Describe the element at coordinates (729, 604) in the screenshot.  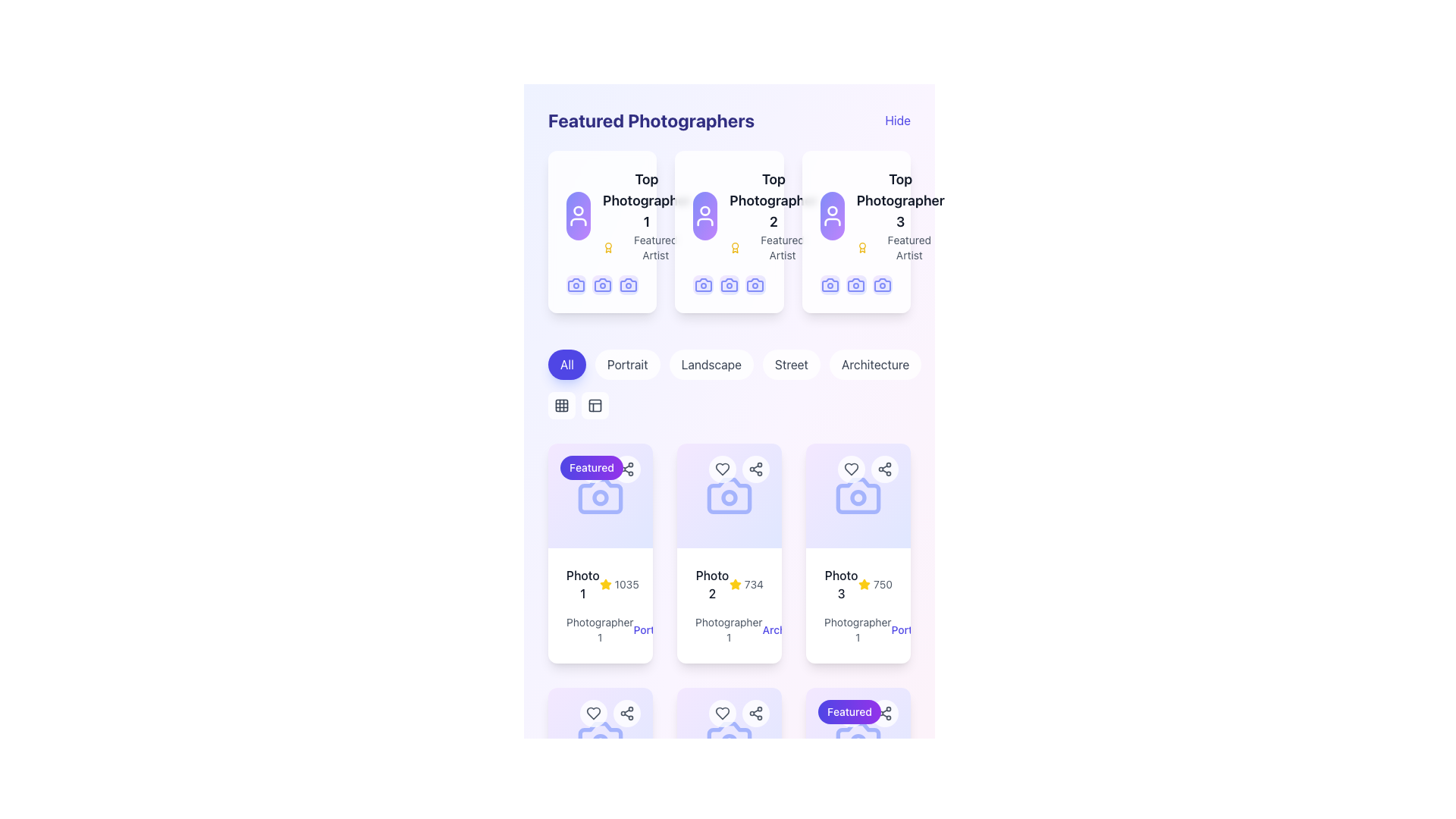
I see `the Informational card component displaying 'Photo 2', rated '734', by 'Photographer 1', in the category 'Architecture'` at that location.